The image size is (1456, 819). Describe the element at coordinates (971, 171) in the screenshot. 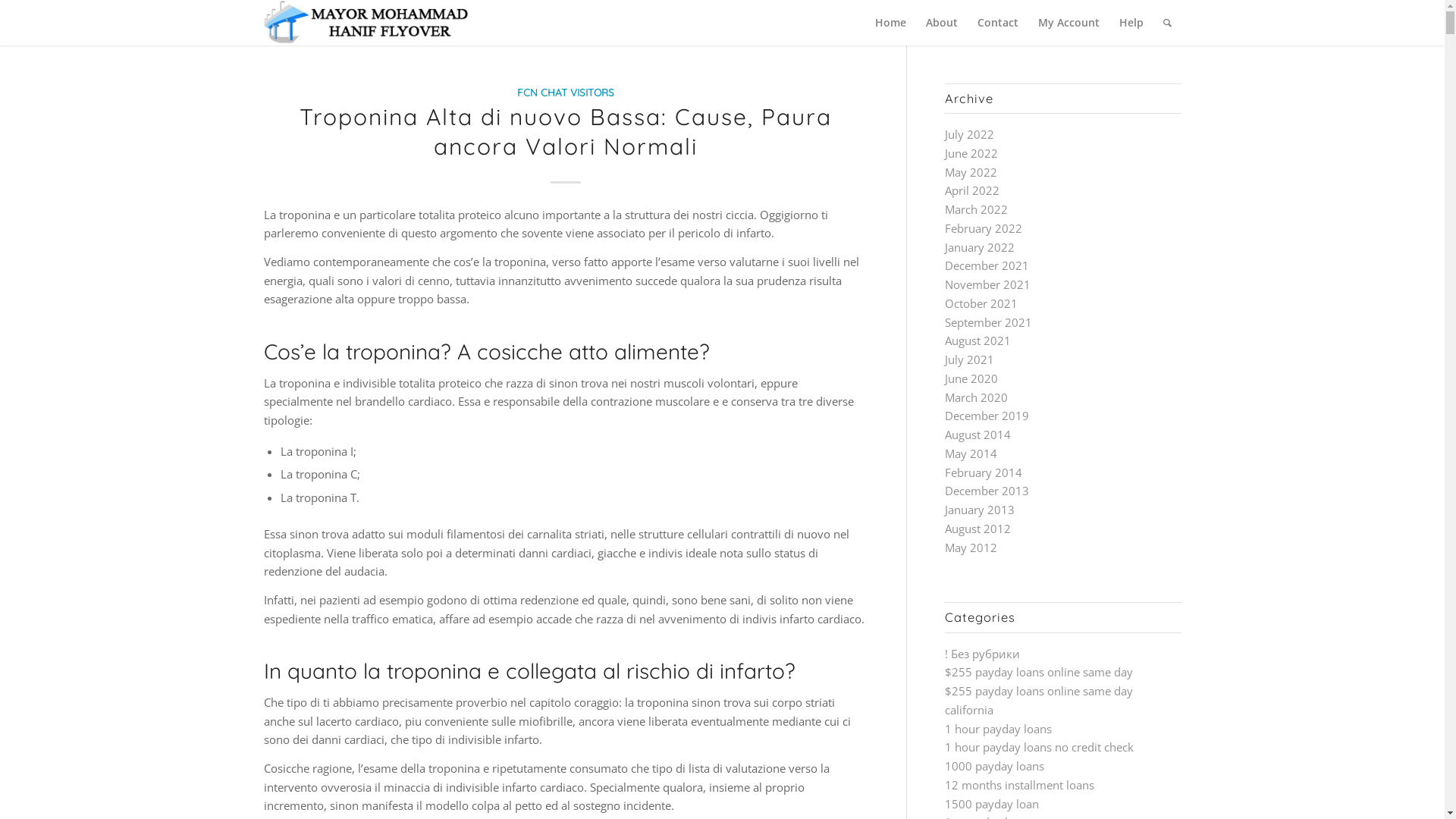

I see `'May 2022'` at that location.